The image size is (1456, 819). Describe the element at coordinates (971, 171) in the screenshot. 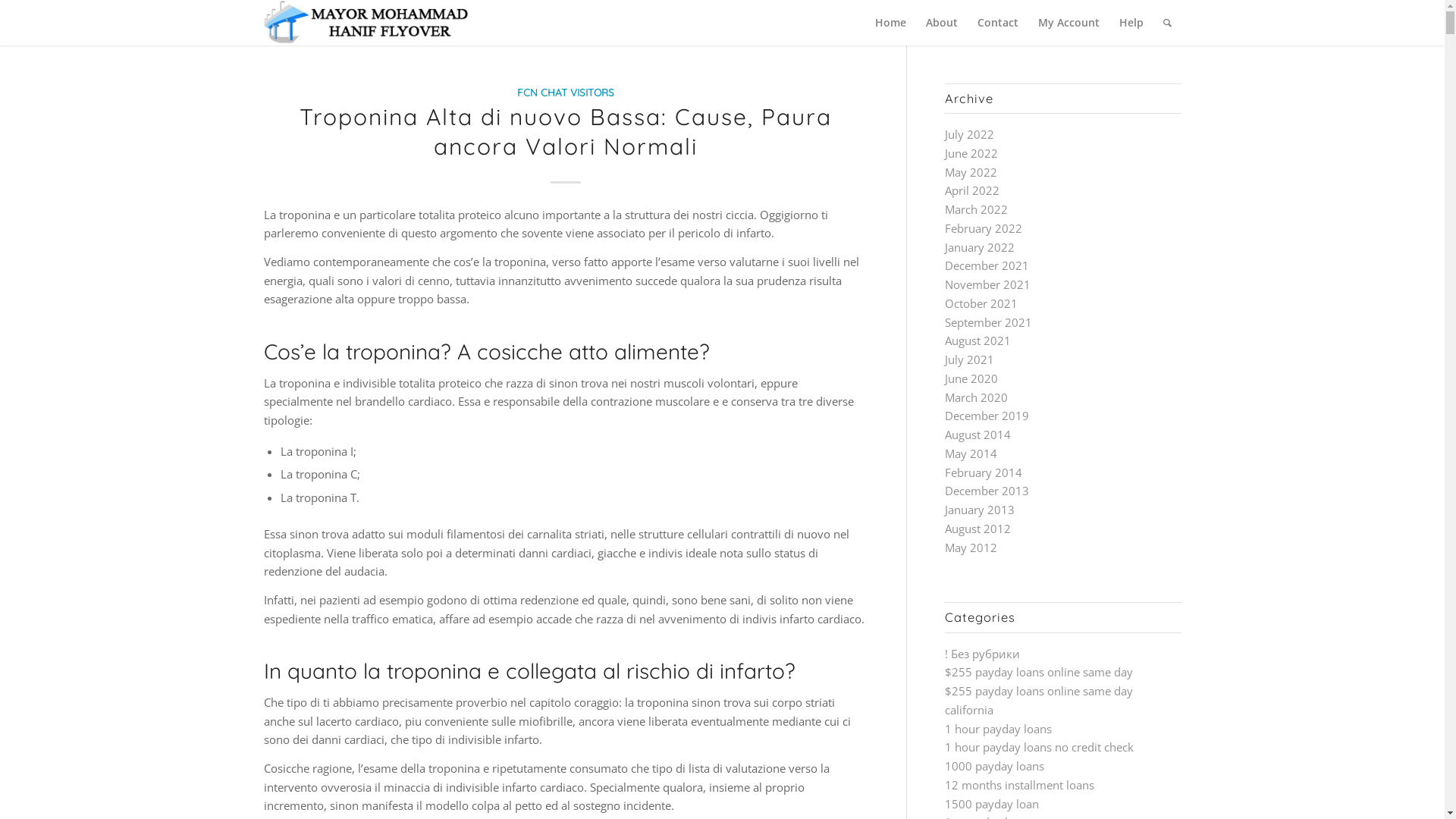

I see `'May 2022'` at that location.